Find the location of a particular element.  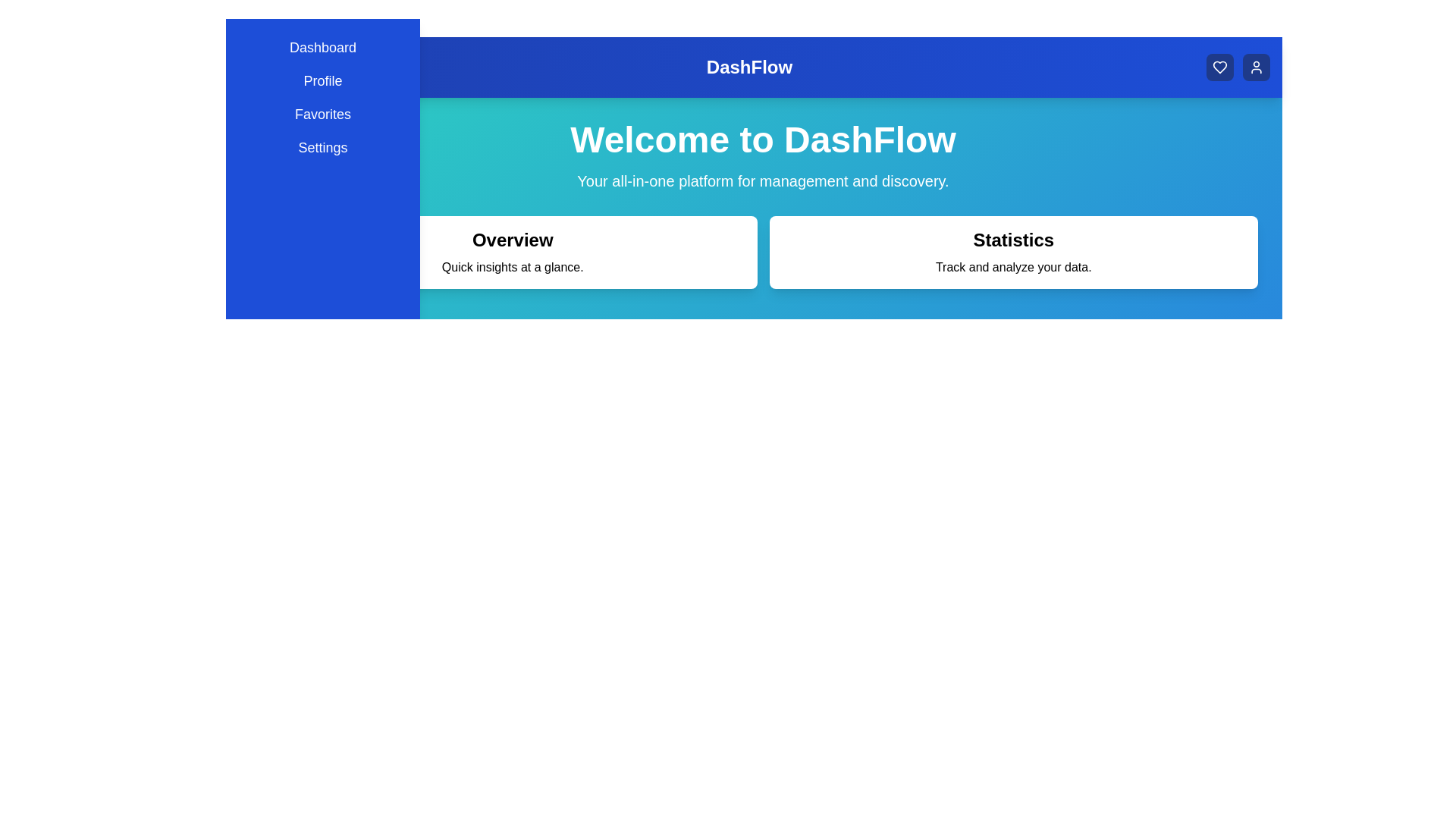

the menu item Settings to navigate to its respective section is located at coordinates (322, 148).